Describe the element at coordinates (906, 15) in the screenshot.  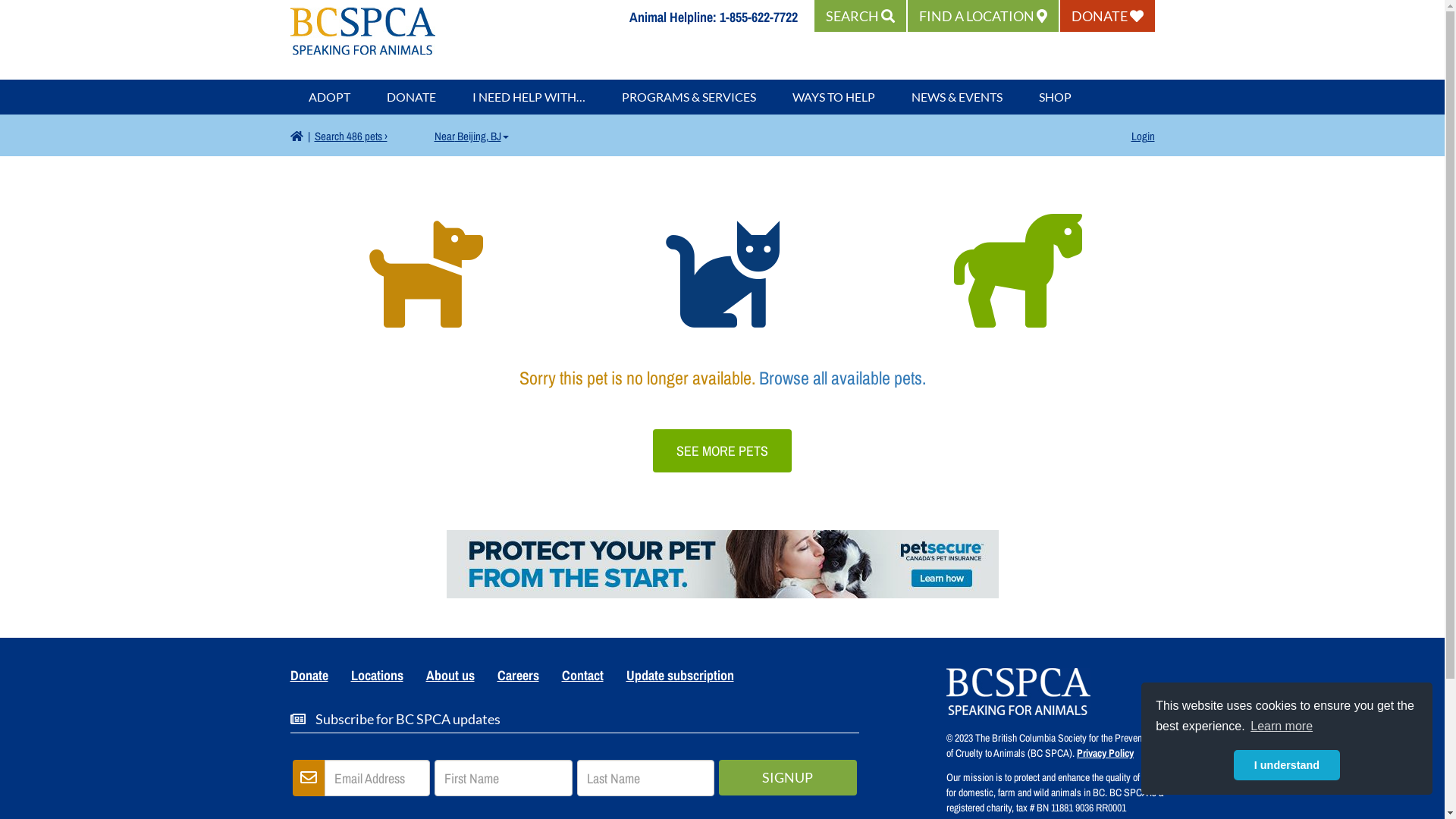
I see `'FIND A LOCATION'` at that location.